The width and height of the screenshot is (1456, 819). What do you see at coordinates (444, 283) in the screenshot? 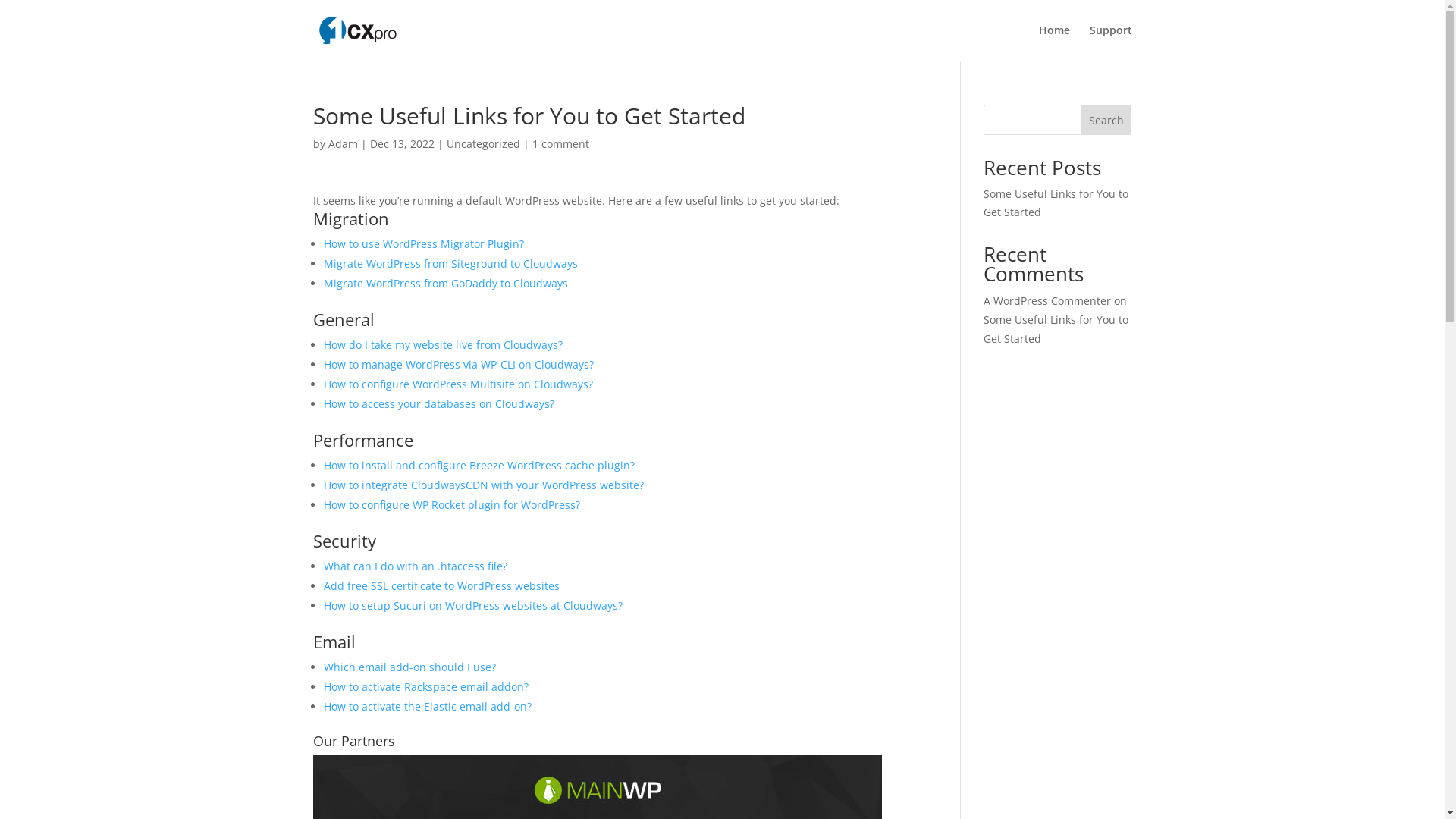
I see `'Migrate WordPress from GoDaddy to Cloudways'` at bounding box center [444, 283].